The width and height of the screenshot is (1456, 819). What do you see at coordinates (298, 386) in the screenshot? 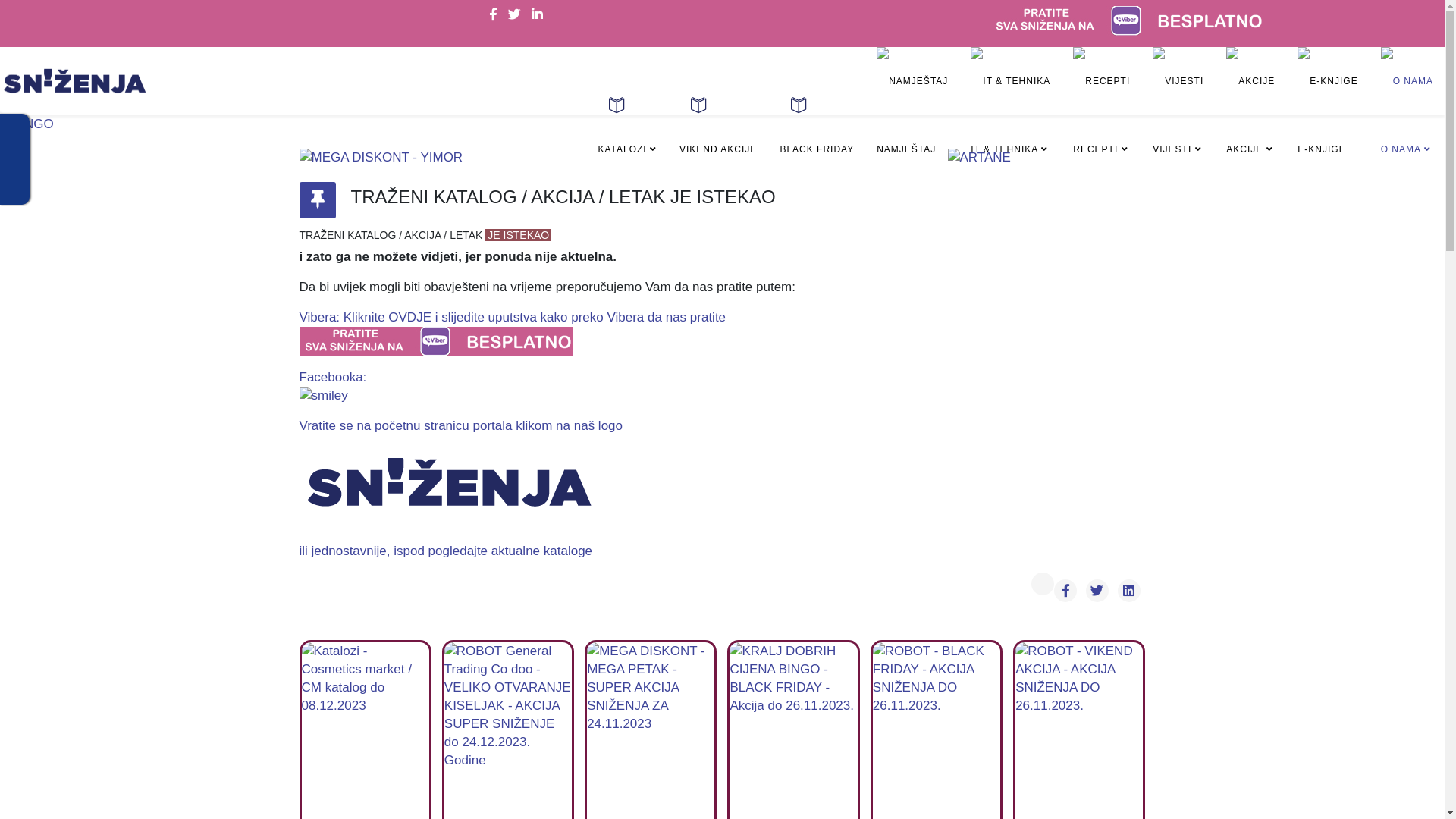
I see `'Facebooka:'` at bounding box center [298, 386].